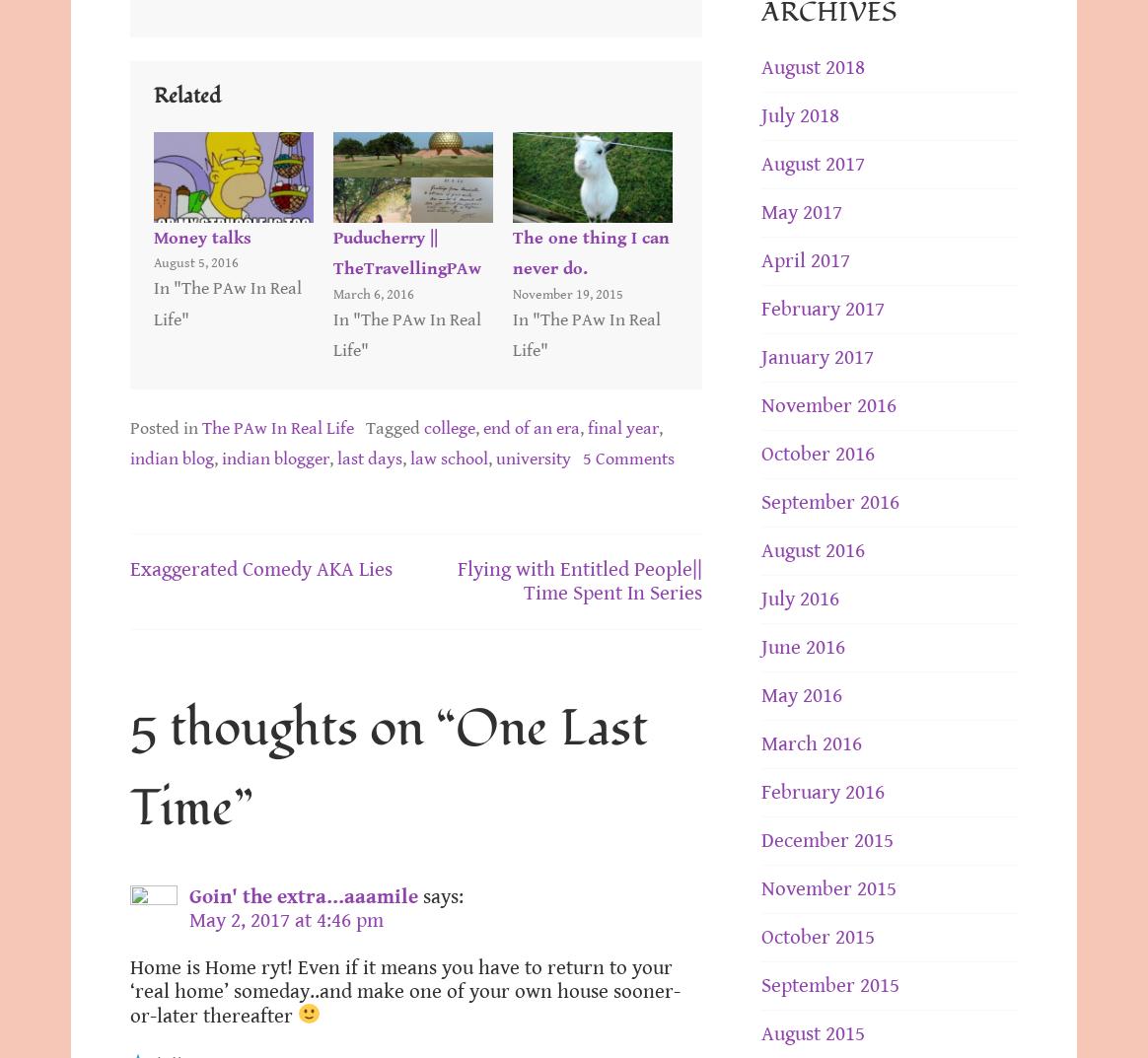 Image resolution: width=1148 pixels, height=1058 pixels. I want to click on 'December 2015', so click(826, 840).